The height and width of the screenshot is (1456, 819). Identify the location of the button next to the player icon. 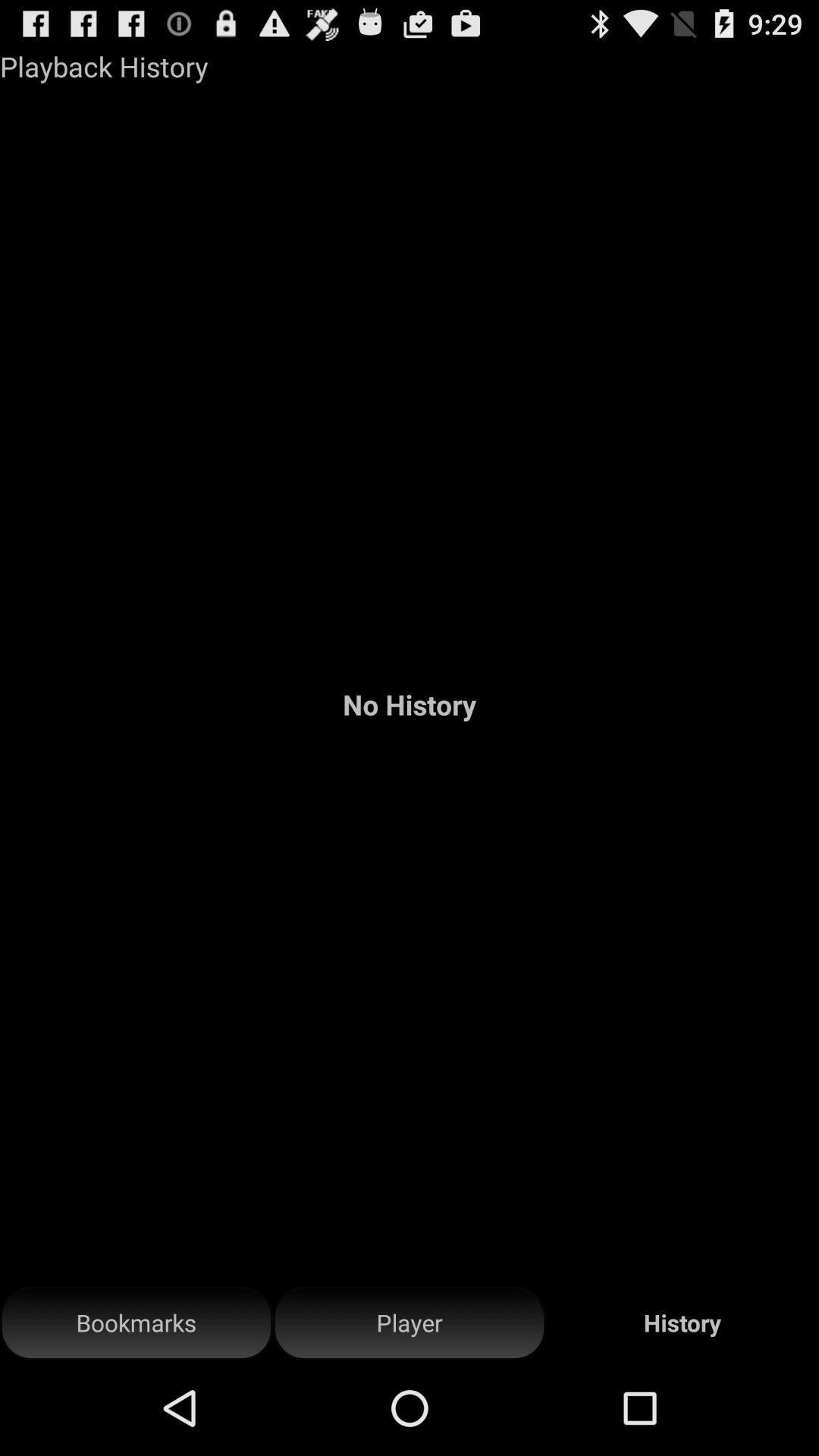
(136, 1323).